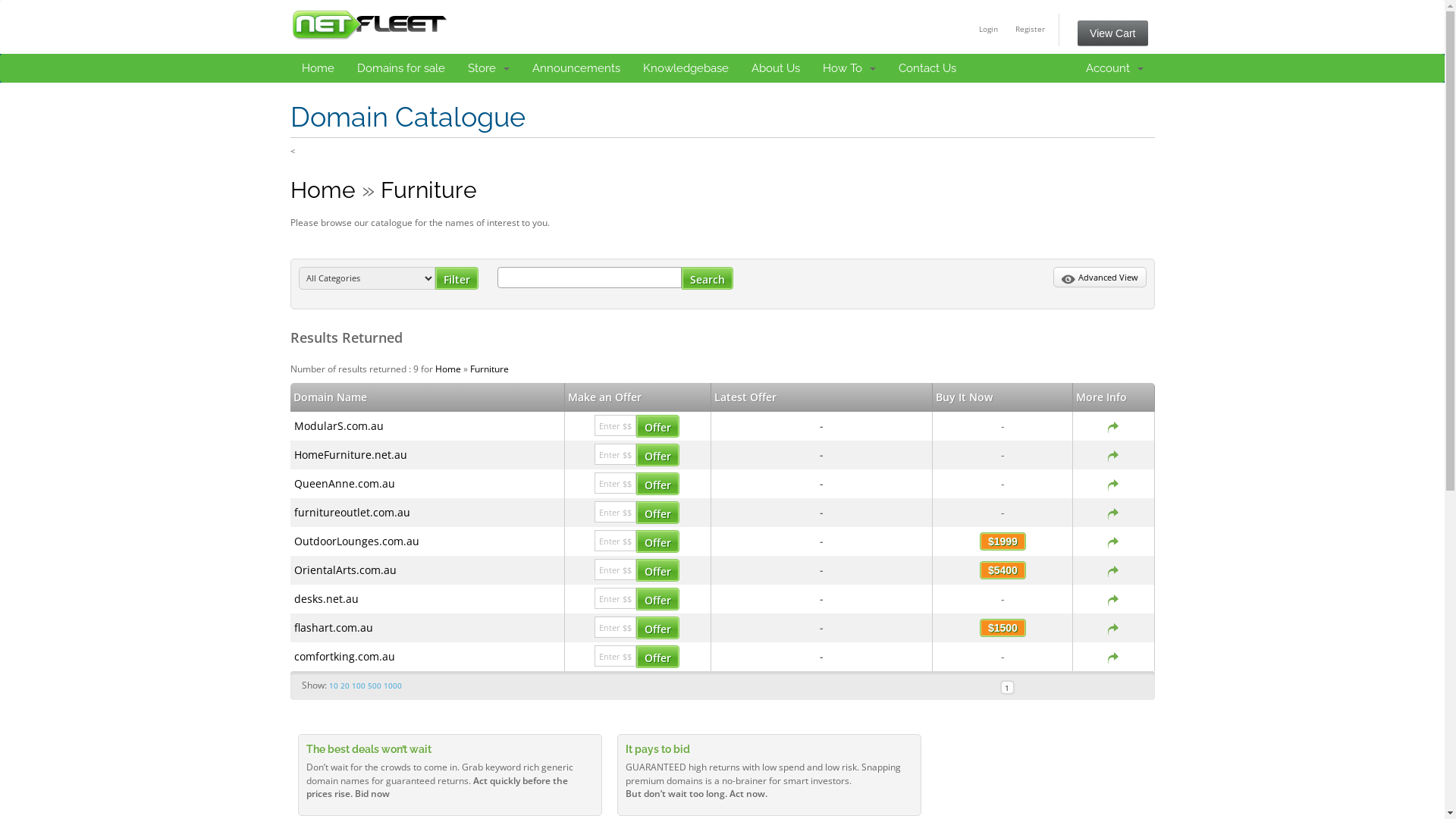 The height and width of the screenshot is (819, 1456). Describe the element at coordinates (713, 396) in the screenshot. I see `'Latest Offer'` at that location.